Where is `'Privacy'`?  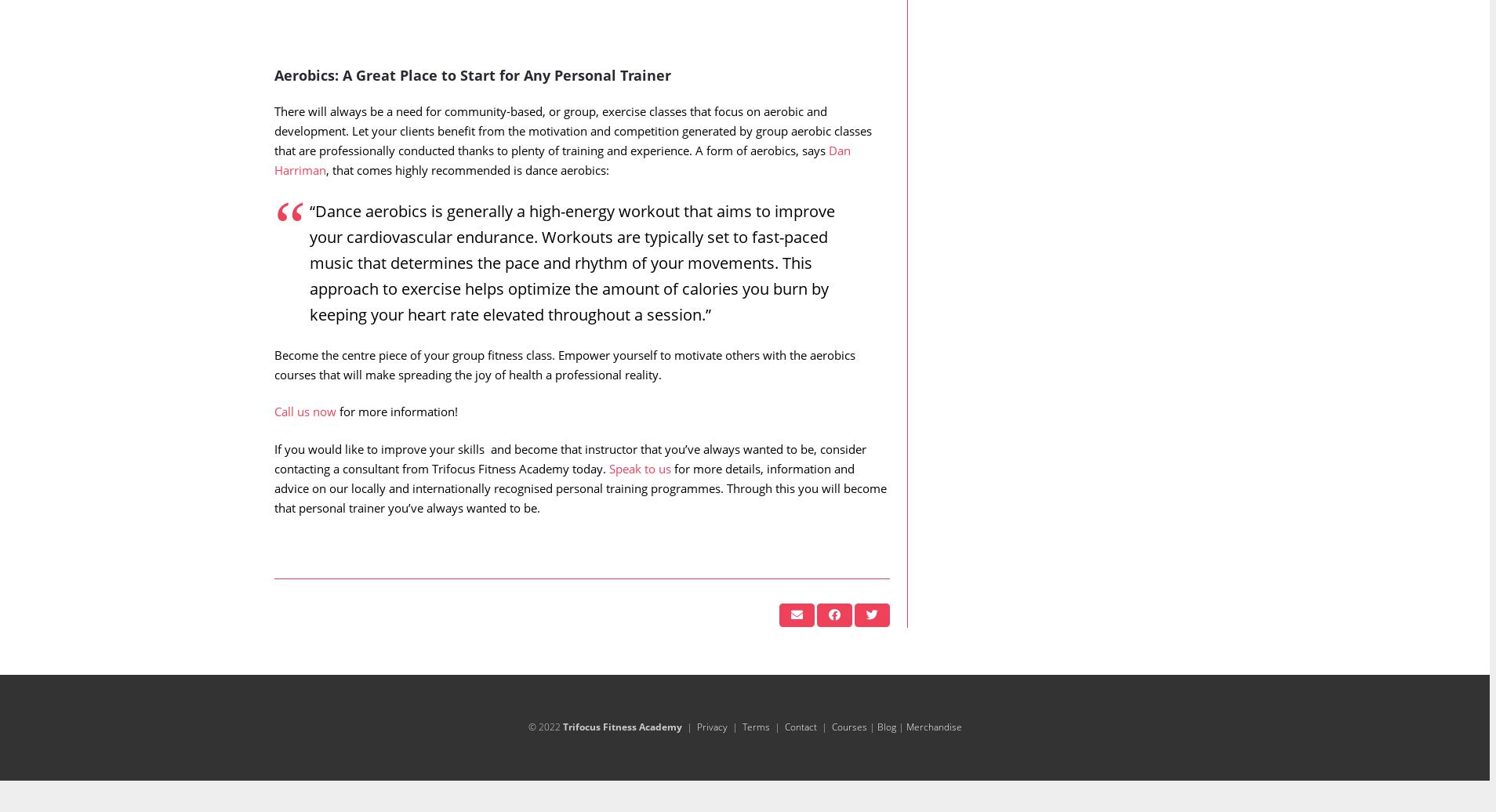 'Privacy' is located at coordinates (711, 758).